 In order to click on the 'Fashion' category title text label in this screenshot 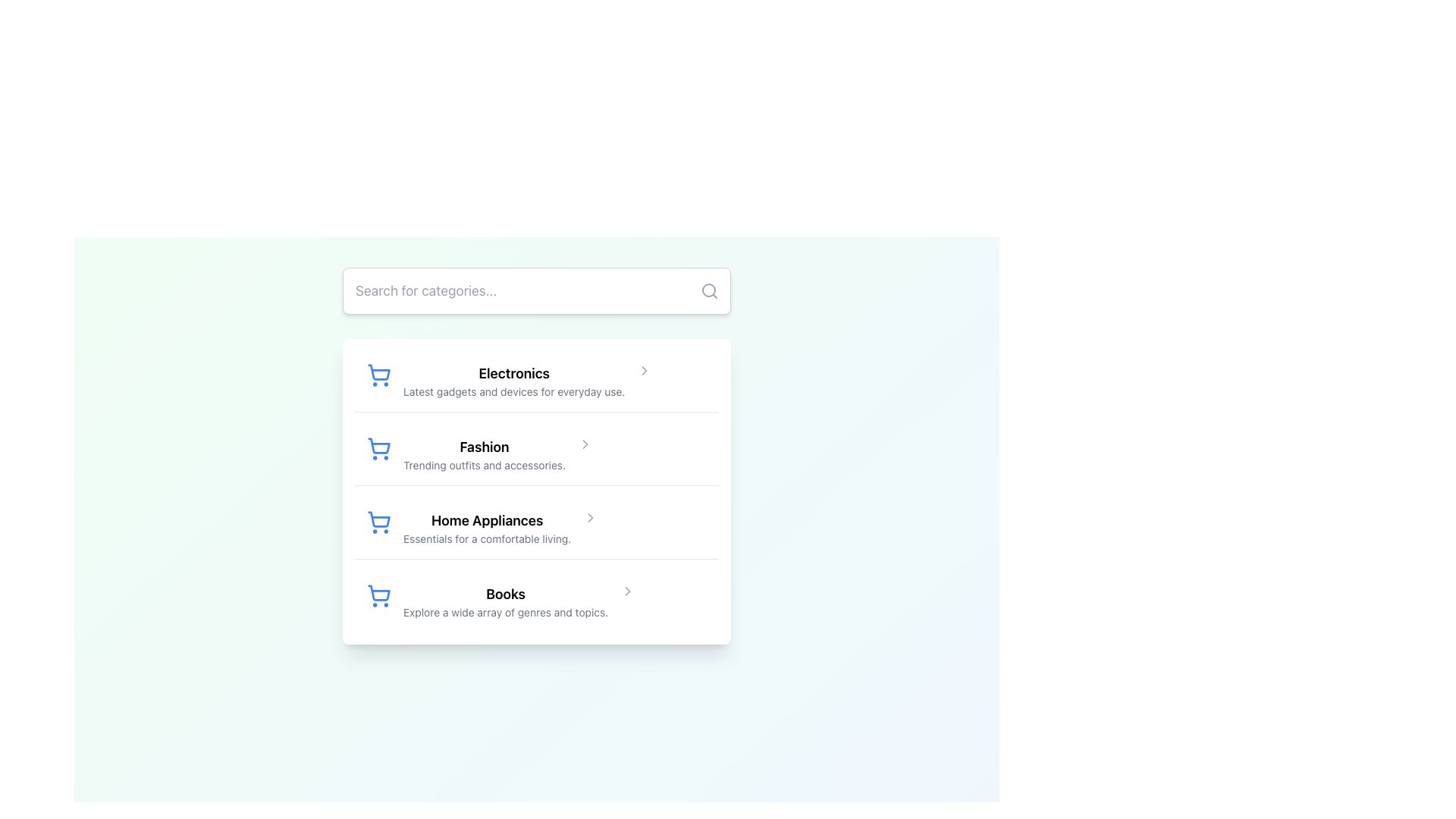, I will do `click(483, 447)`.